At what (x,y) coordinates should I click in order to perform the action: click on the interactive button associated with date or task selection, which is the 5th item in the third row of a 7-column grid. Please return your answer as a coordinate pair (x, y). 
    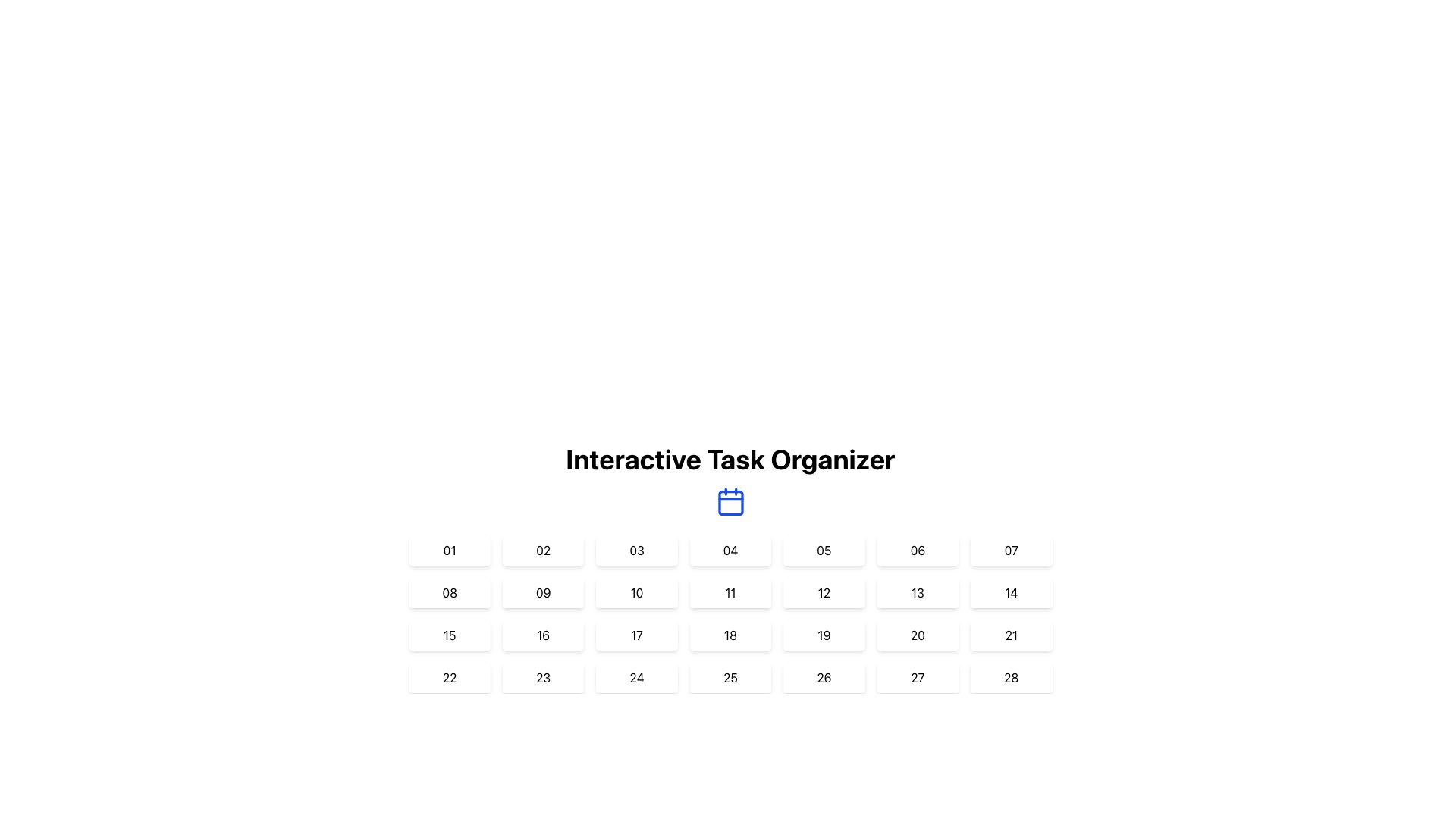
    Looking at the image, I should click on (823, 635).